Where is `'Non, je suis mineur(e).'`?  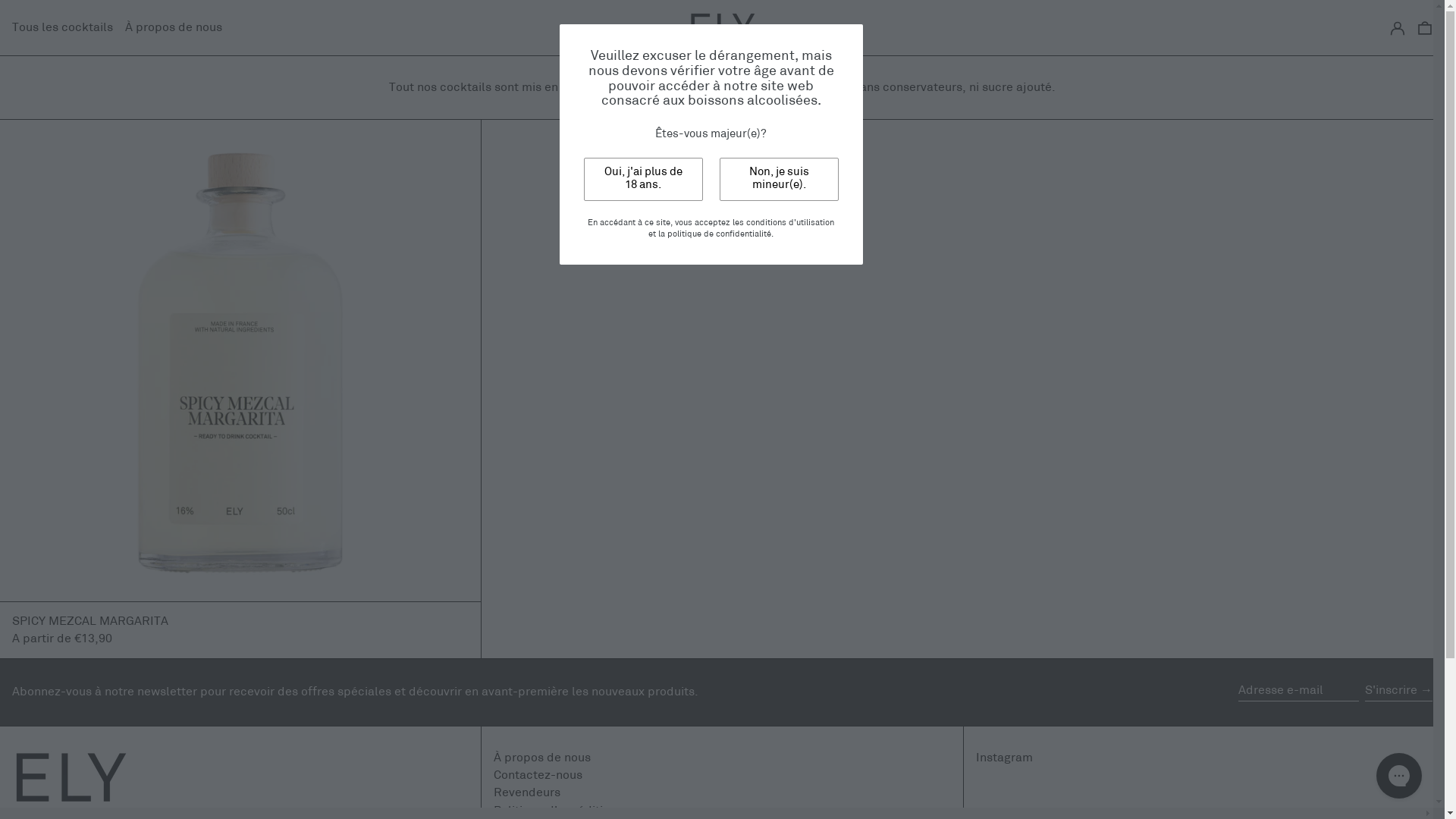
'Non, je suis mineur(e).' is located at coordinates (718, 178).